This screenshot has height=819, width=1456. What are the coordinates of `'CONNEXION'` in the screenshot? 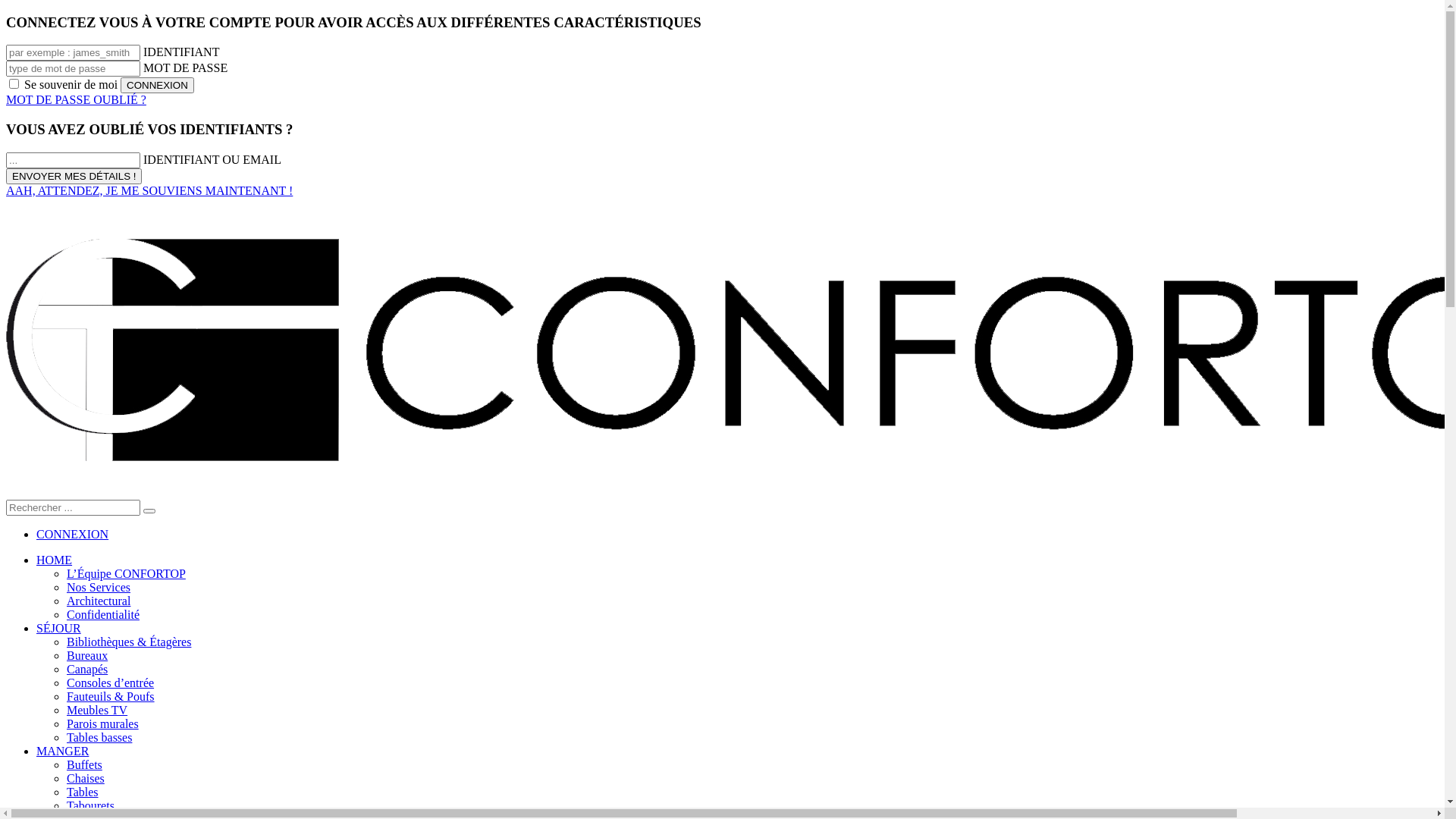 It's located at (157, 85).